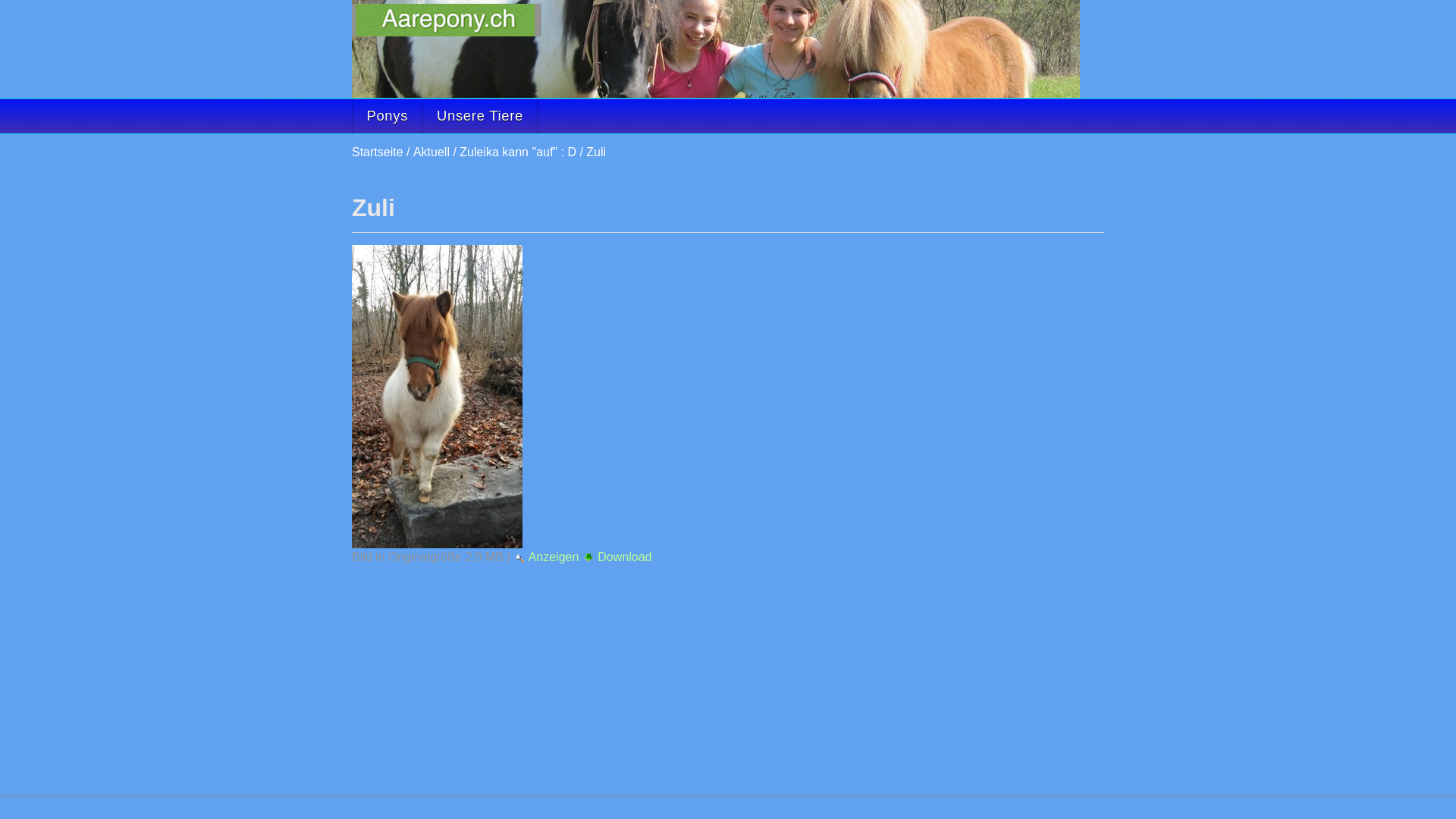 The height and width of the screenshot is (819, 1456). What do you see at coordinates (378, 152) in the screenshot?
I see `'Startseite'` at bounding box center [378, 152].